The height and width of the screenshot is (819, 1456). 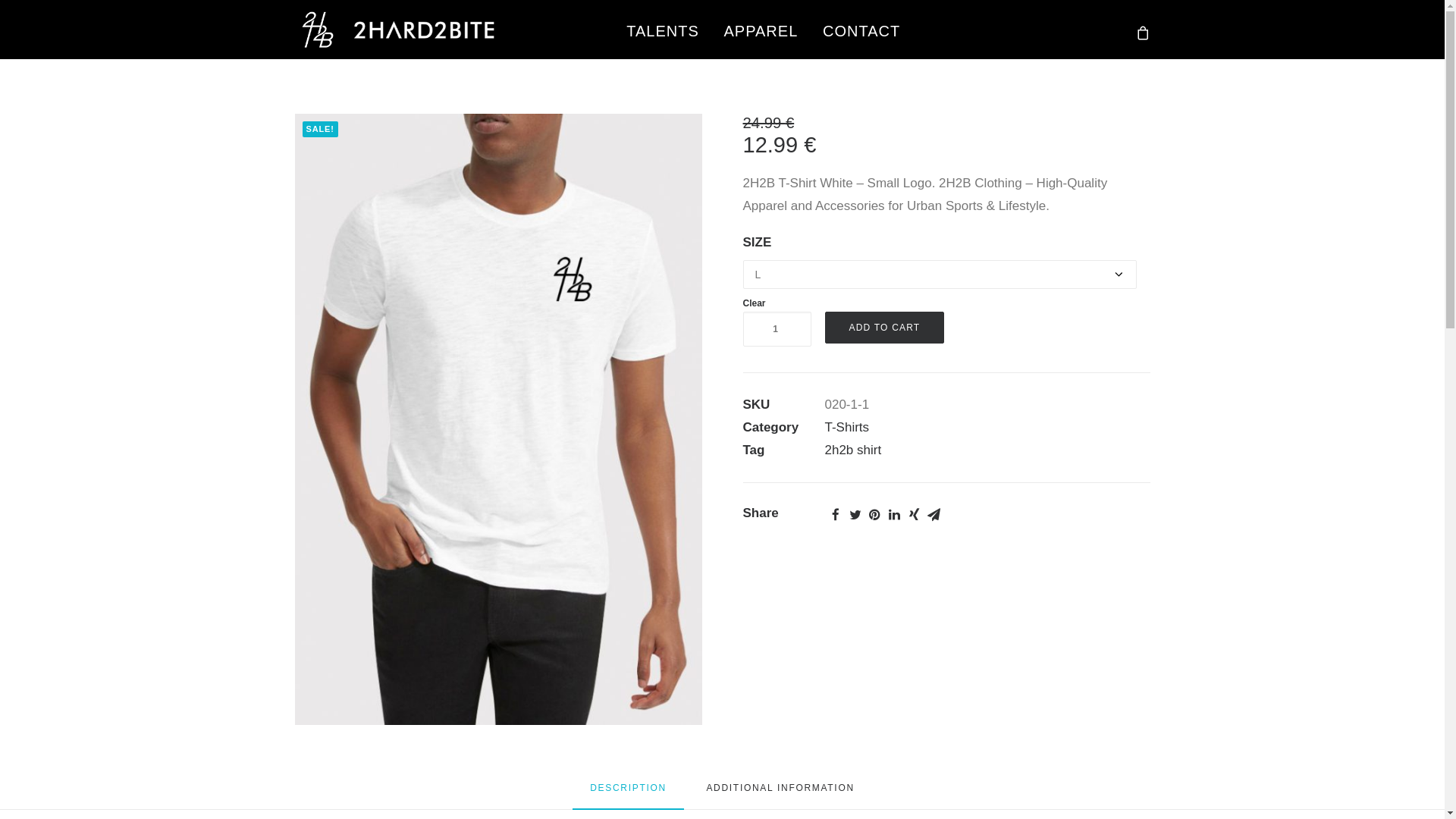 I want to click on 'Clear', so click(x=754, y=303).